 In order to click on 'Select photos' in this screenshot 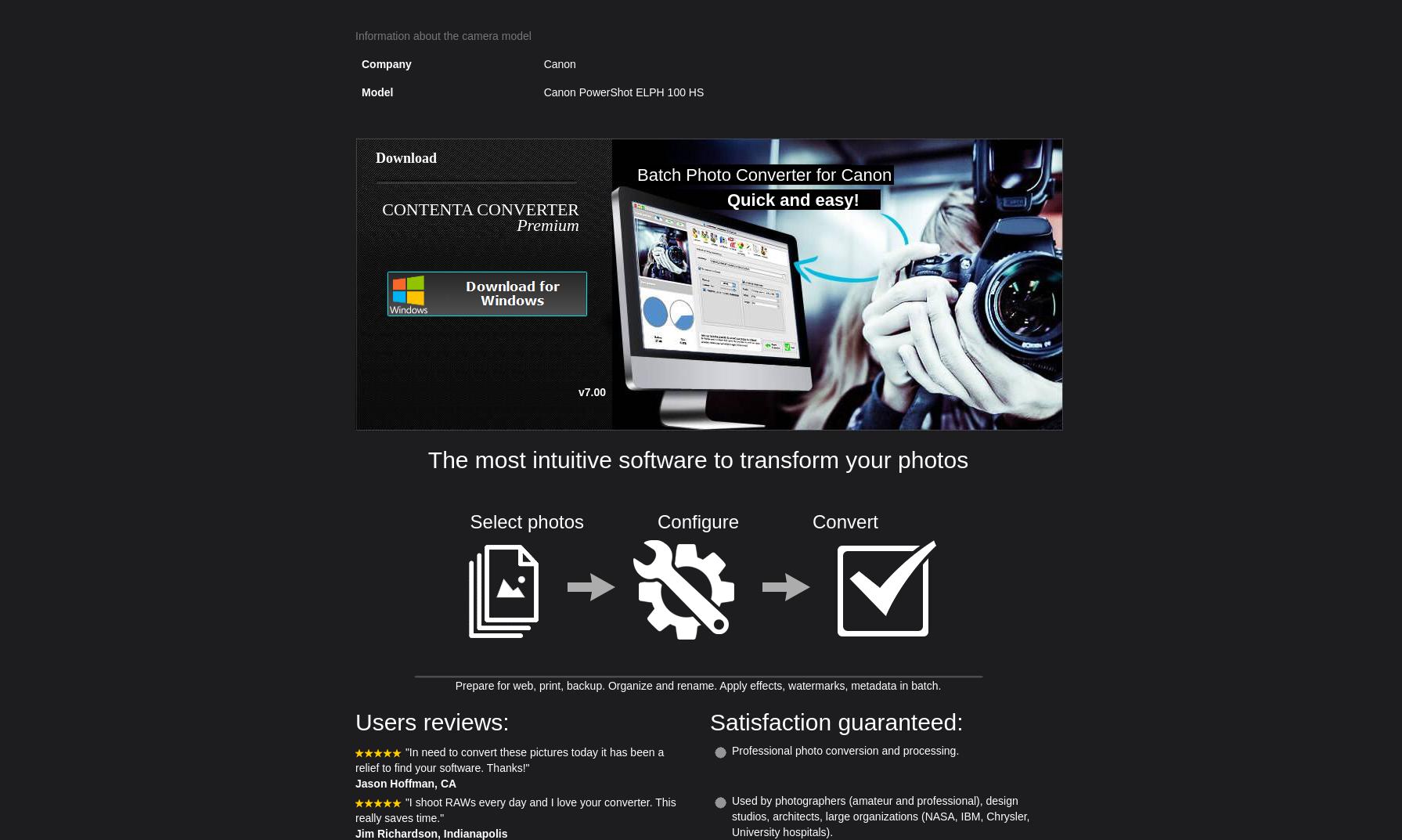, I will do `click(469, 521)`.